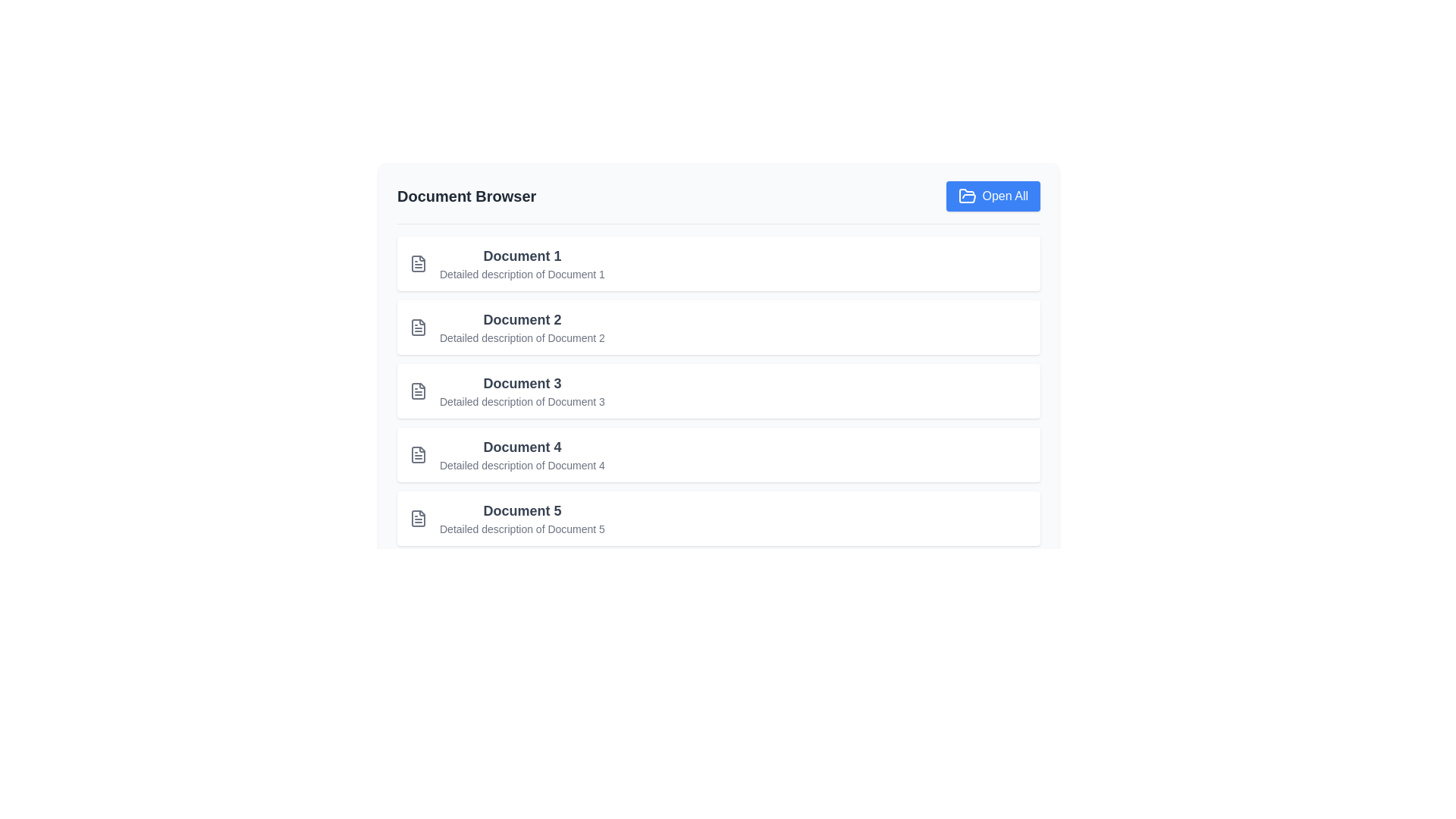  I want to click on the document-shaped icon with gray color located to the left of 'Document 3' in the third card of the vertically aligned list, so click(419, 391).